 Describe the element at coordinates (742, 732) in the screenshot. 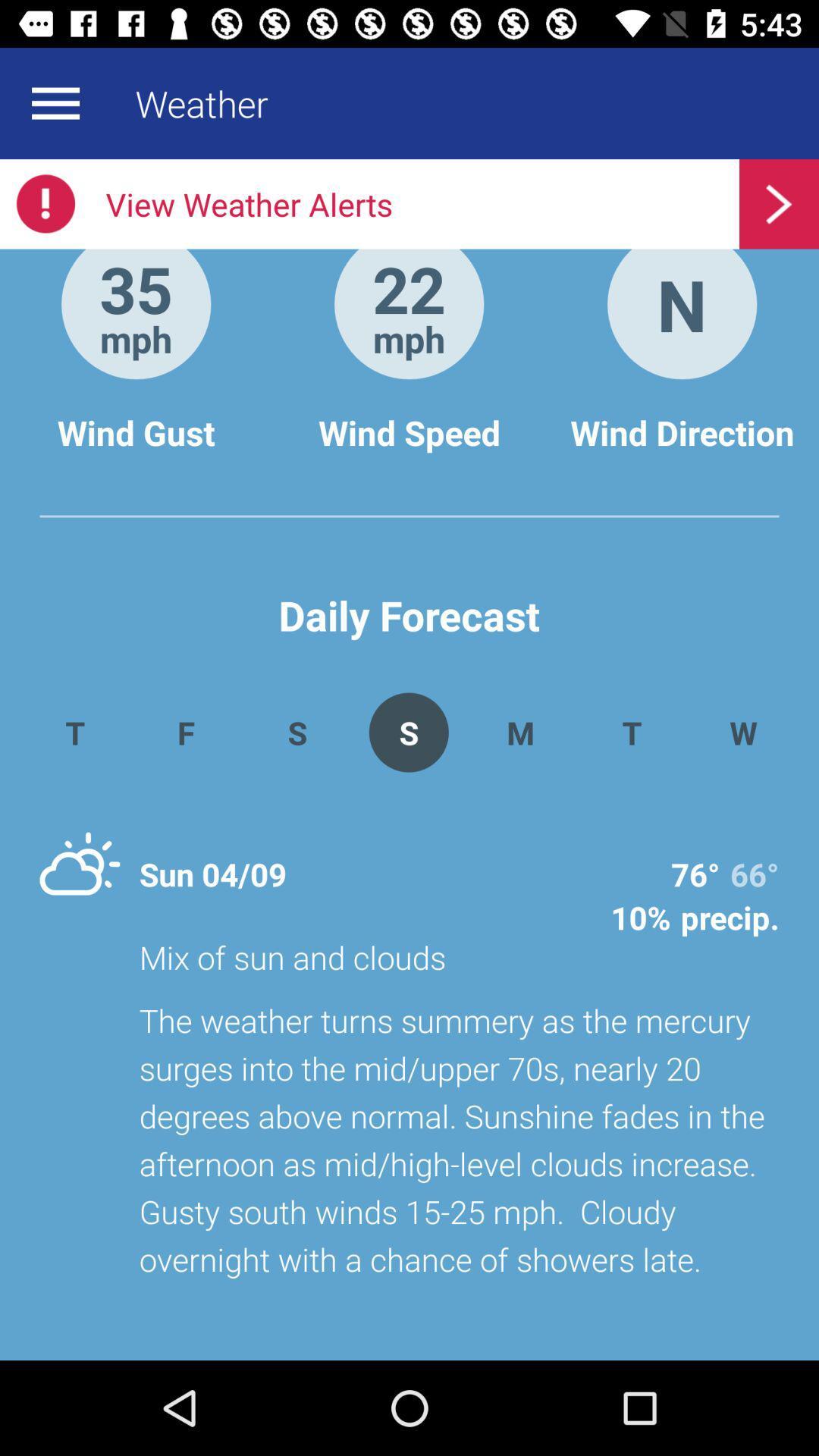

I see `w item` at that location.